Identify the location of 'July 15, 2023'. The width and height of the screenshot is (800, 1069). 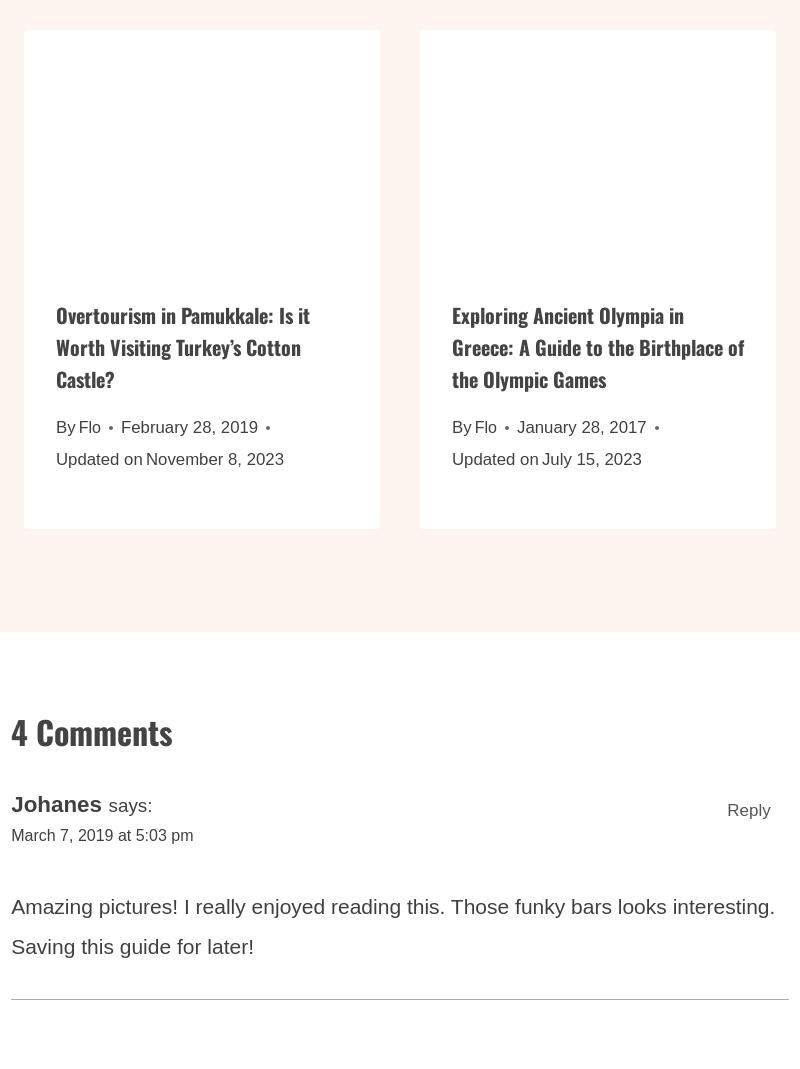
(590, 470).